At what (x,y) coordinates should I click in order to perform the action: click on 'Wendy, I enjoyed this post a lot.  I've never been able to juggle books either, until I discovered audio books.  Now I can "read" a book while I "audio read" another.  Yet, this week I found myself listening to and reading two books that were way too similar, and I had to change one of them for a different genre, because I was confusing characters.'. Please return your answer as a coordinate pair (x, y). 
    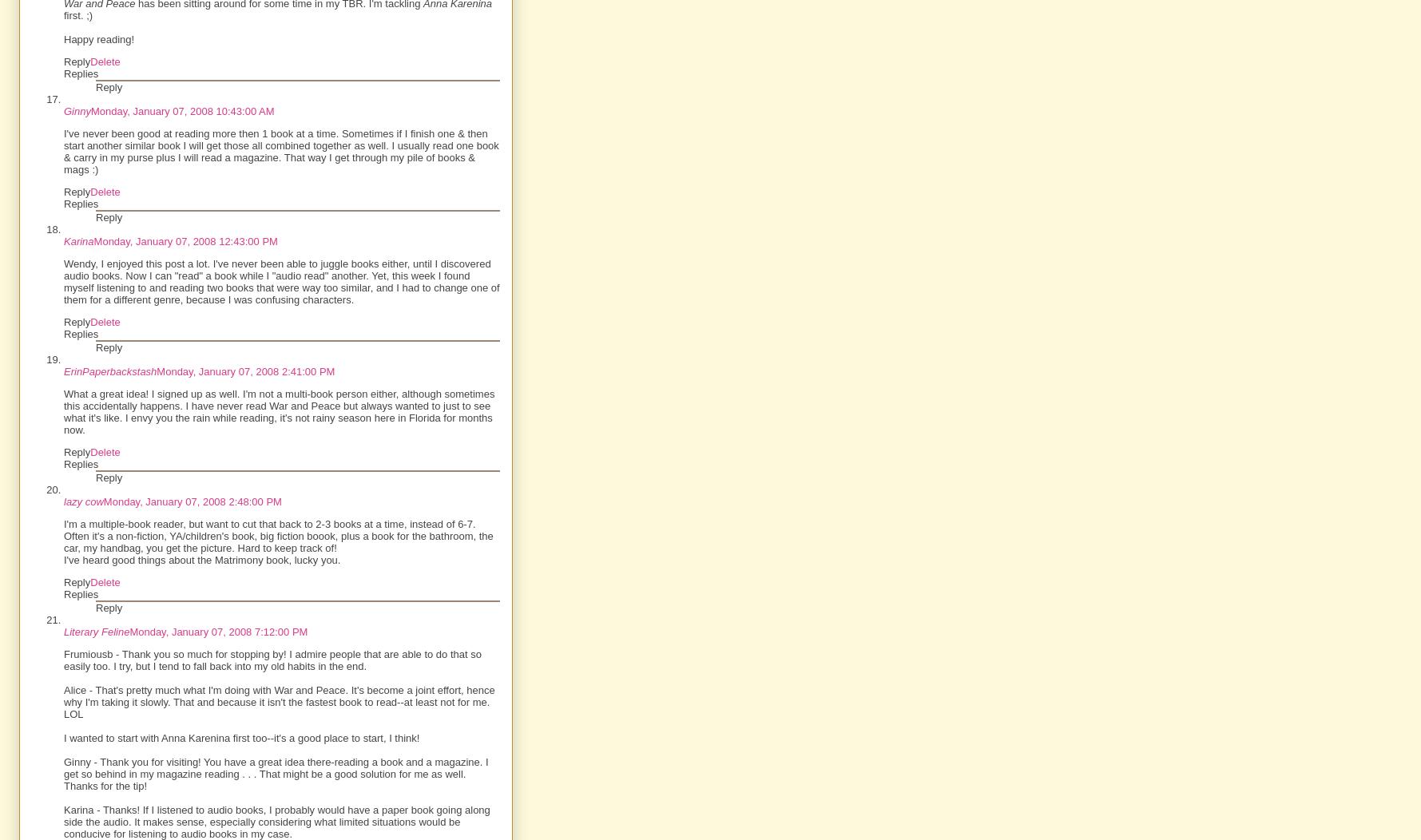
    Looking at the image, I should click on (63, 282).